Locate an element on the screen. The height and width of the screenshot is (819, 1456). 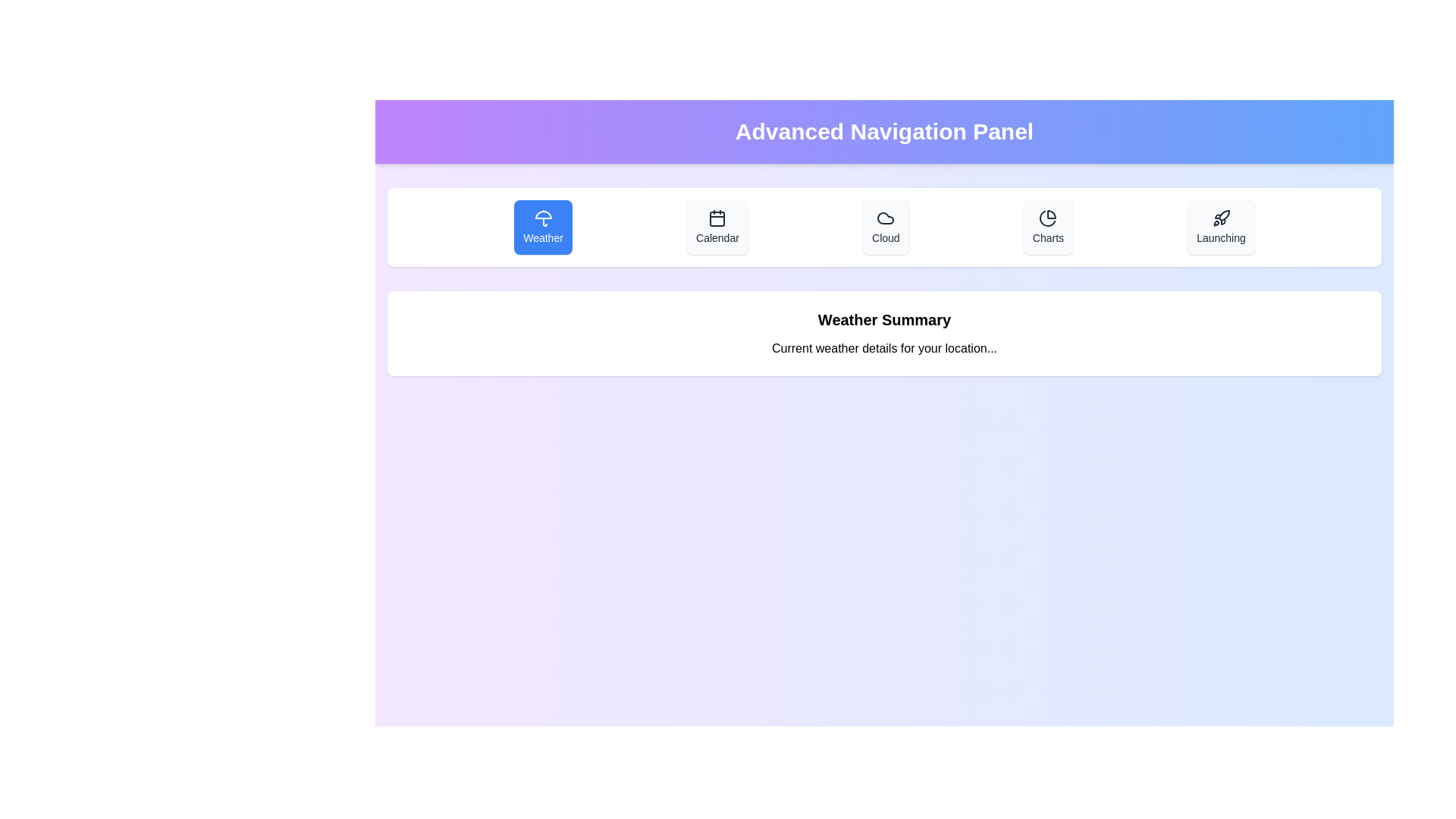
the static text element displaying 'Current weather details for your location...' which is positioned below the 'Weather Summary' title is located at coordinates (884, 348).